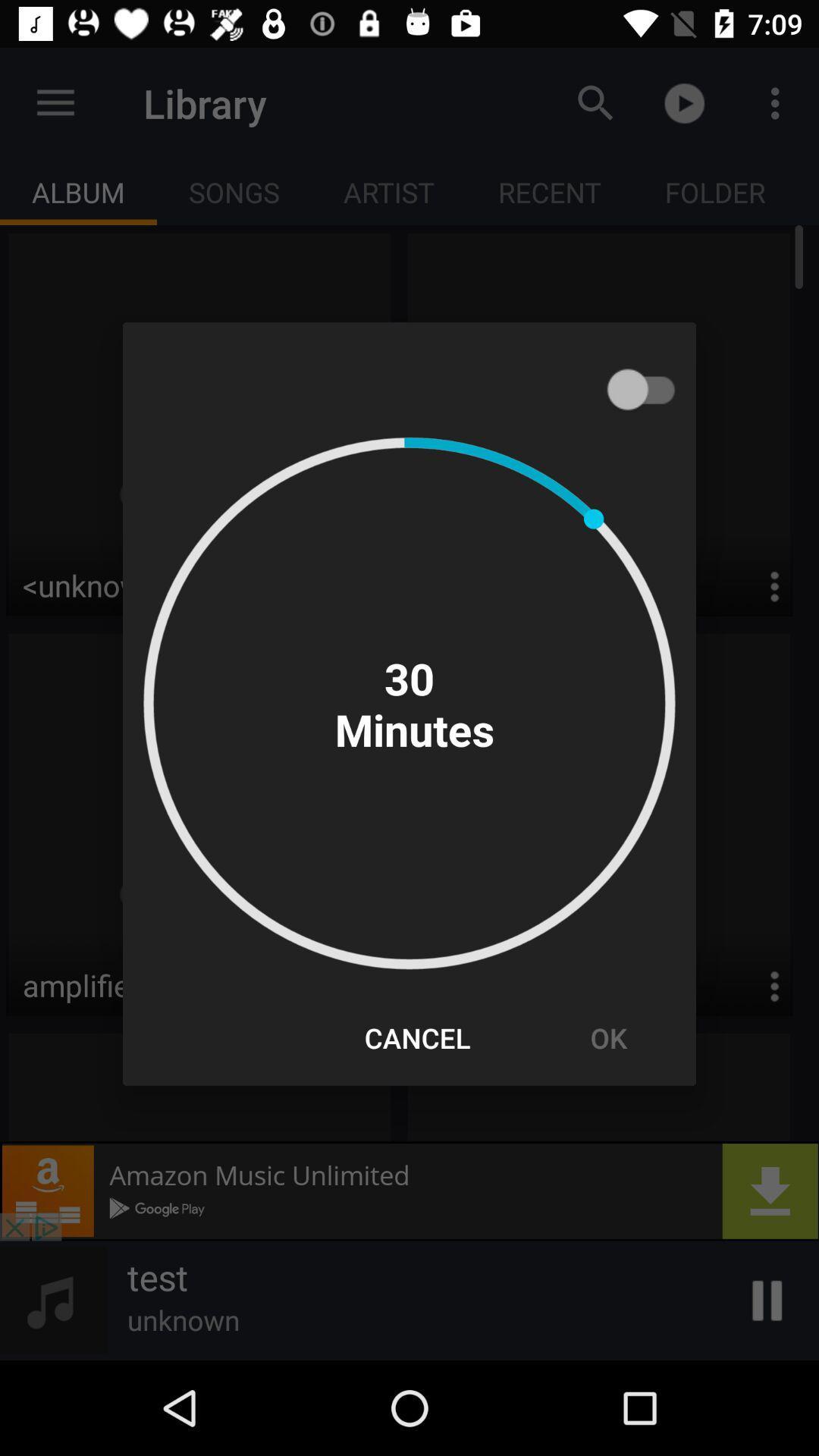 The height and width of the screenshot is (1456, 819). I want to click on shows the slider option, so click(648, 389).